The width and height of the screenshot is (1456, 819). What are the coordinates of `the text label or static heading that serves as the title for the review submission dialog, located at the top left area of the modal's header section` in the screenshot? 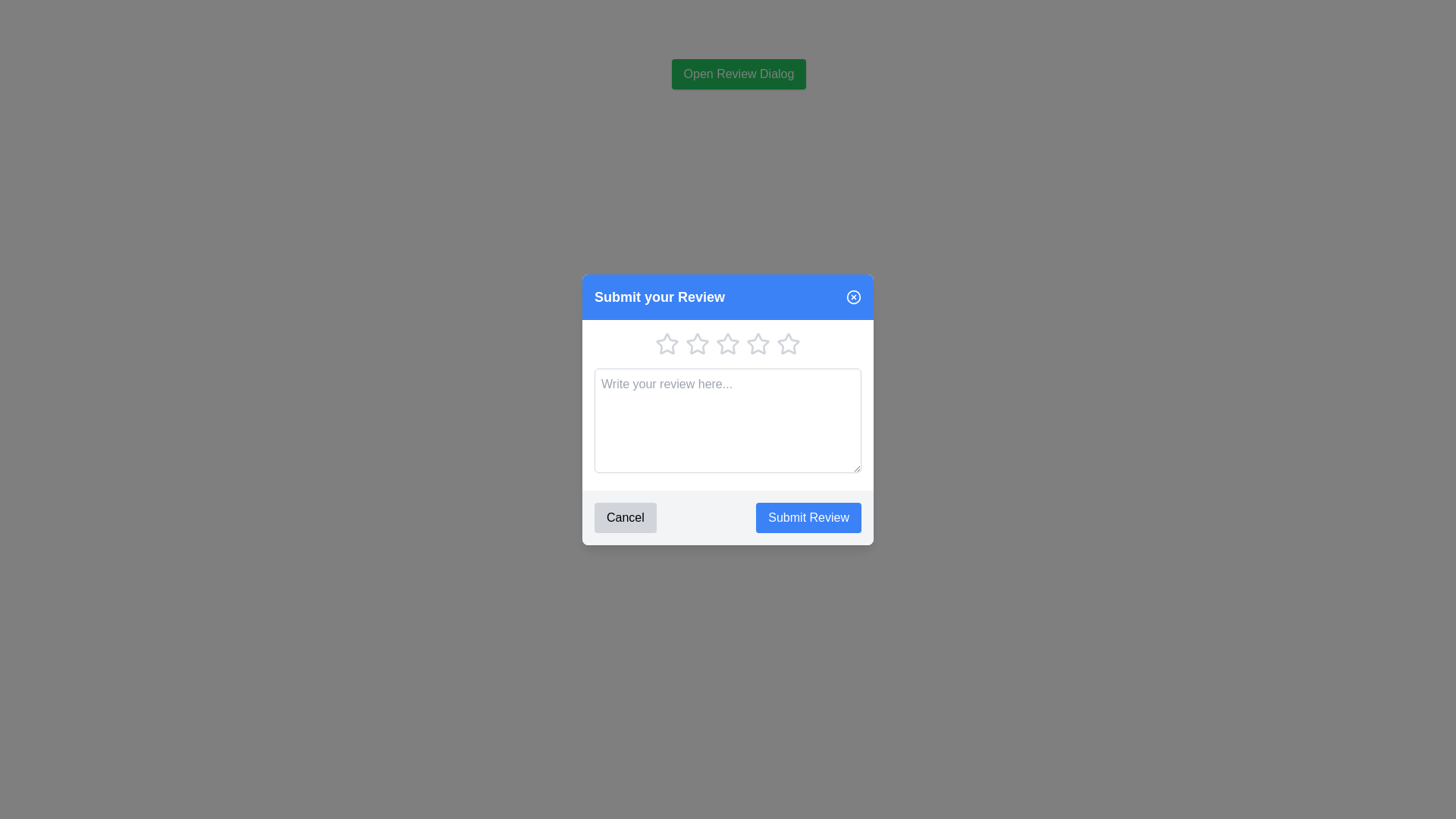 It's located at (659, 297).